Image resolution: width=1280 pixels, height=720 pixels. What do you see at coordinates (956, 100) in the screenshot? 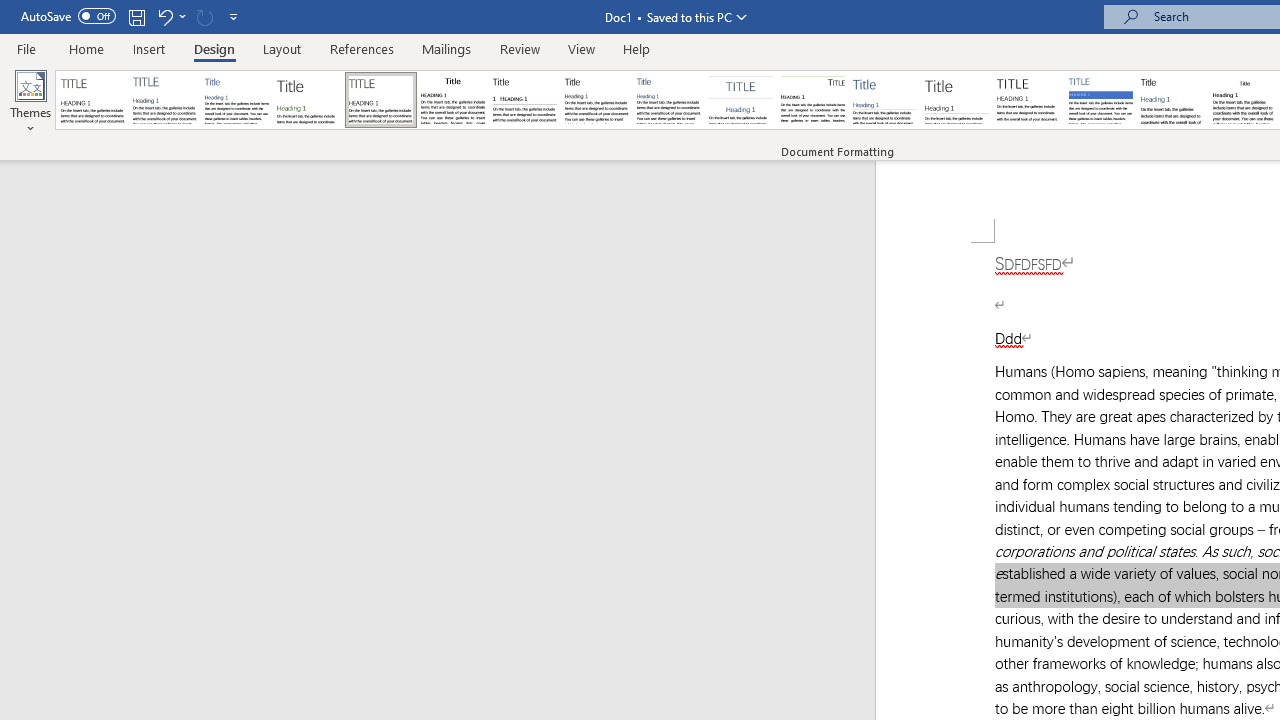
I see `'Lines (Stylish)'` at bounding box center [956, 100].